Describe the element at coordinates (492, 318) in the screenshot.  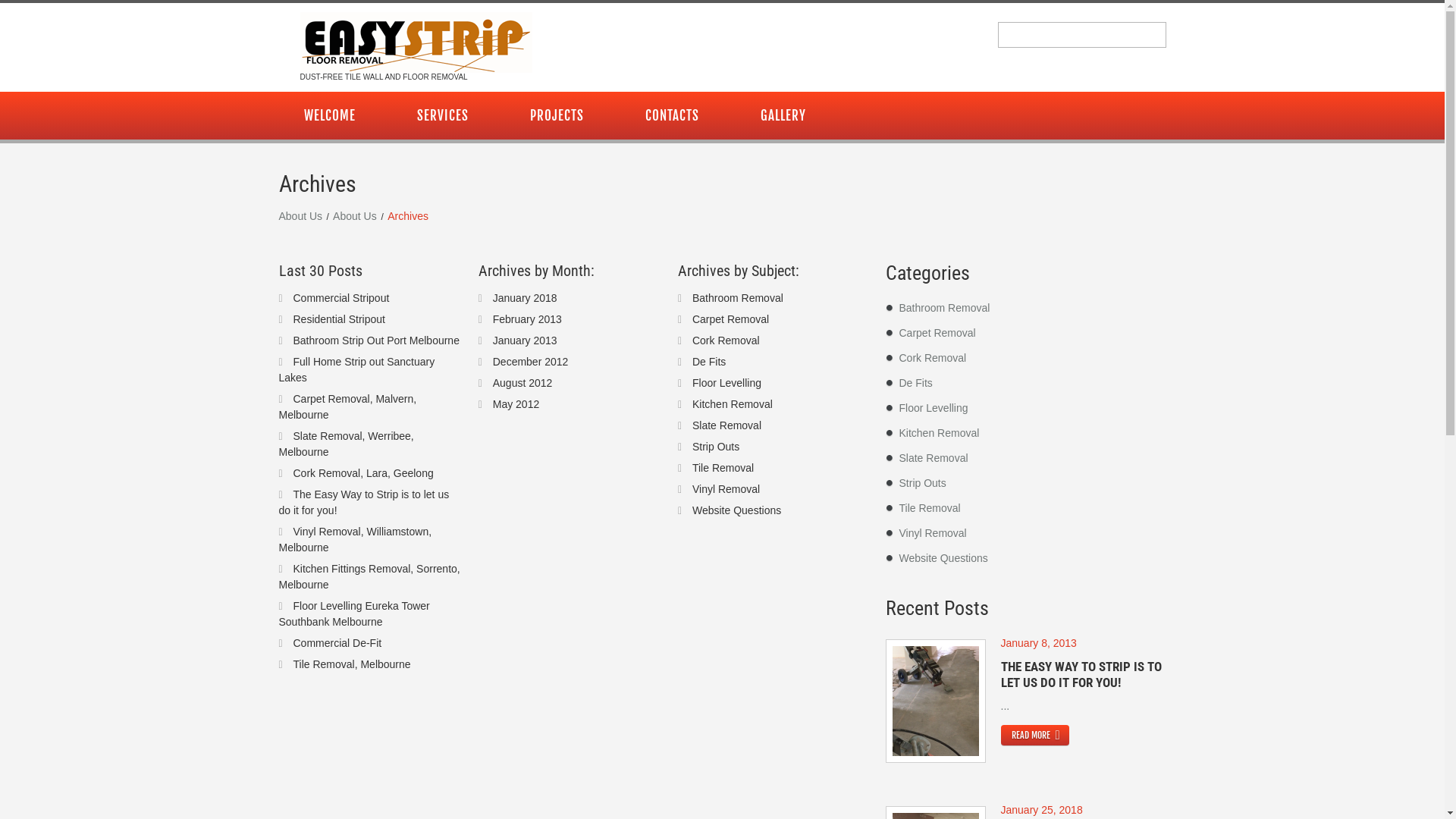
I see `'February 2013'` at that location.